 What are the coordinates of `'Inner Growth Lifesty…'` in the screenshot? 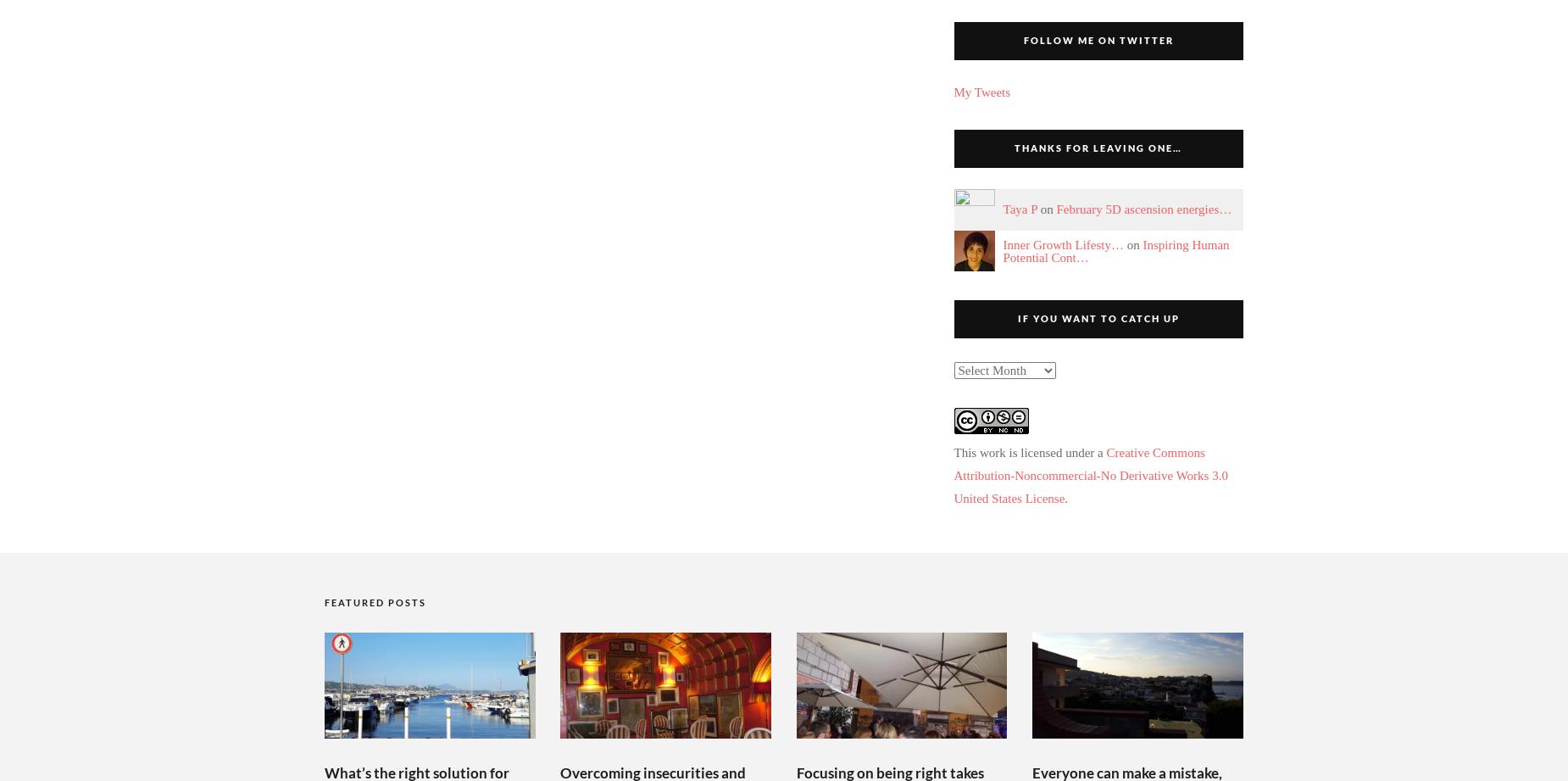 It's located at (1061, 244).